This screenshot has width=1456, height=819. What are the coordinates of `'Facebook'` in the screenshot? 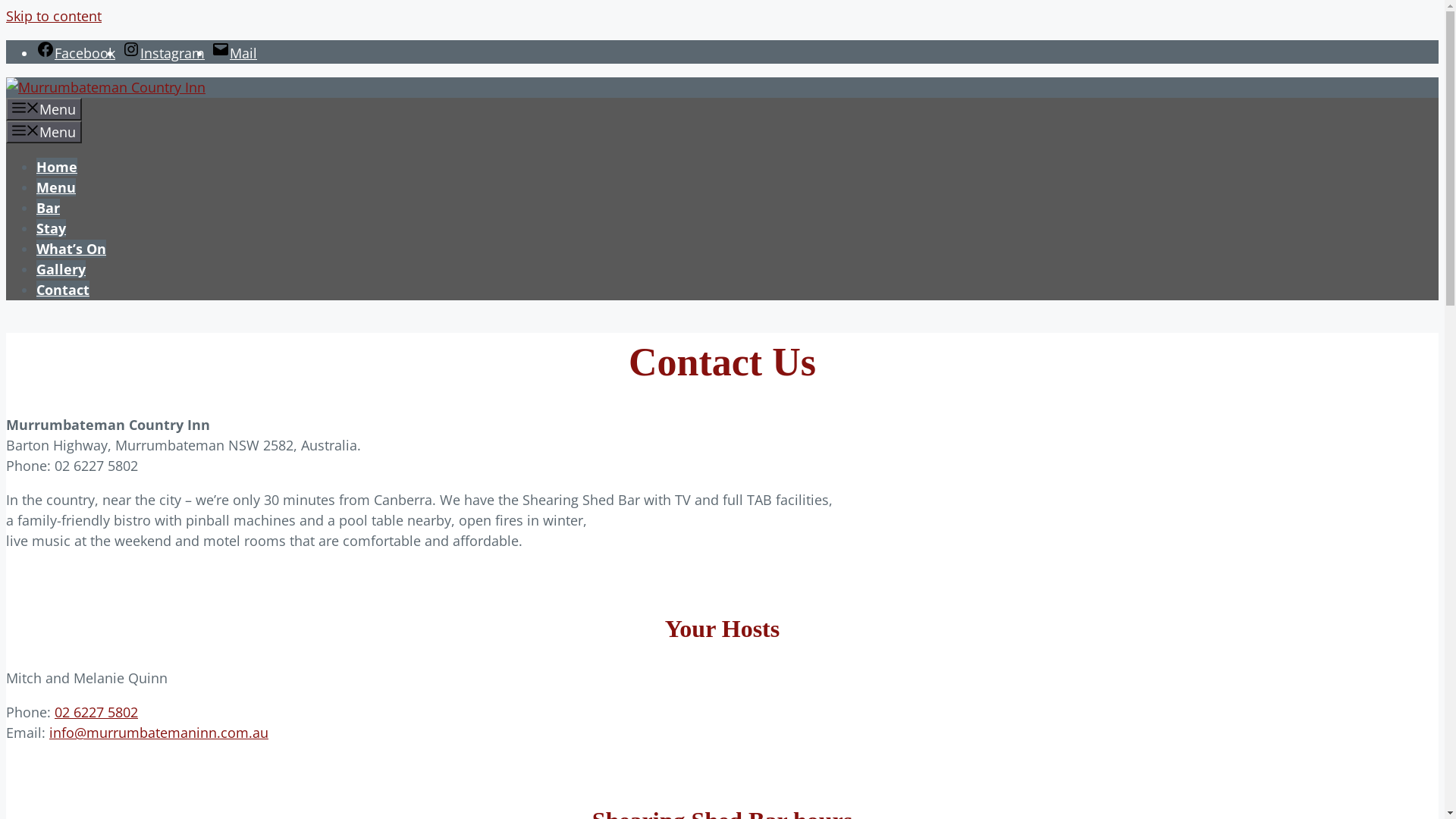 It's located at (36, 52).